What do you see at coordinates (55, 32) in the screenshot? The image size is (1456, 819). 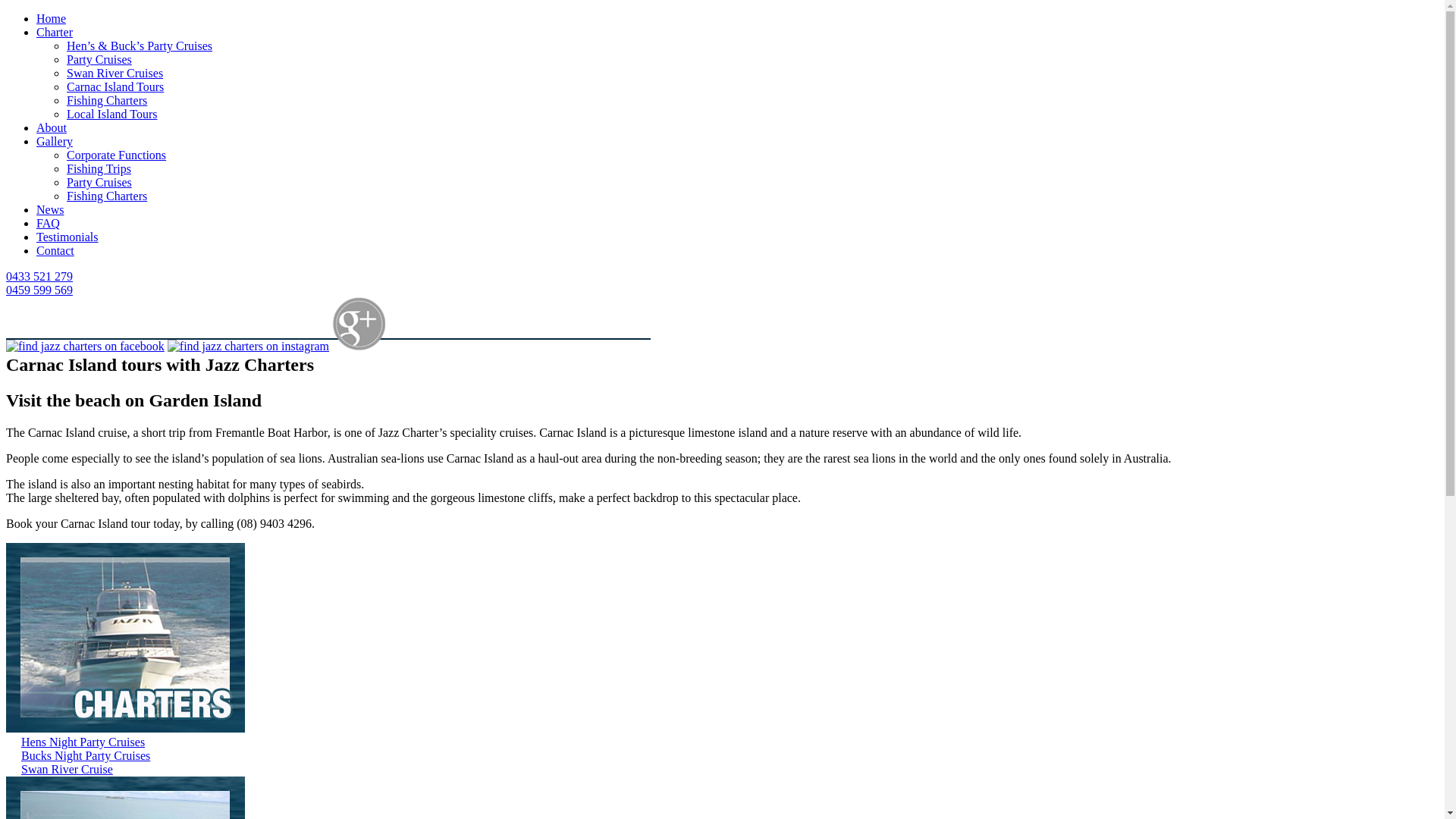 I see `'Charter'` at bounding box center [55, 32].